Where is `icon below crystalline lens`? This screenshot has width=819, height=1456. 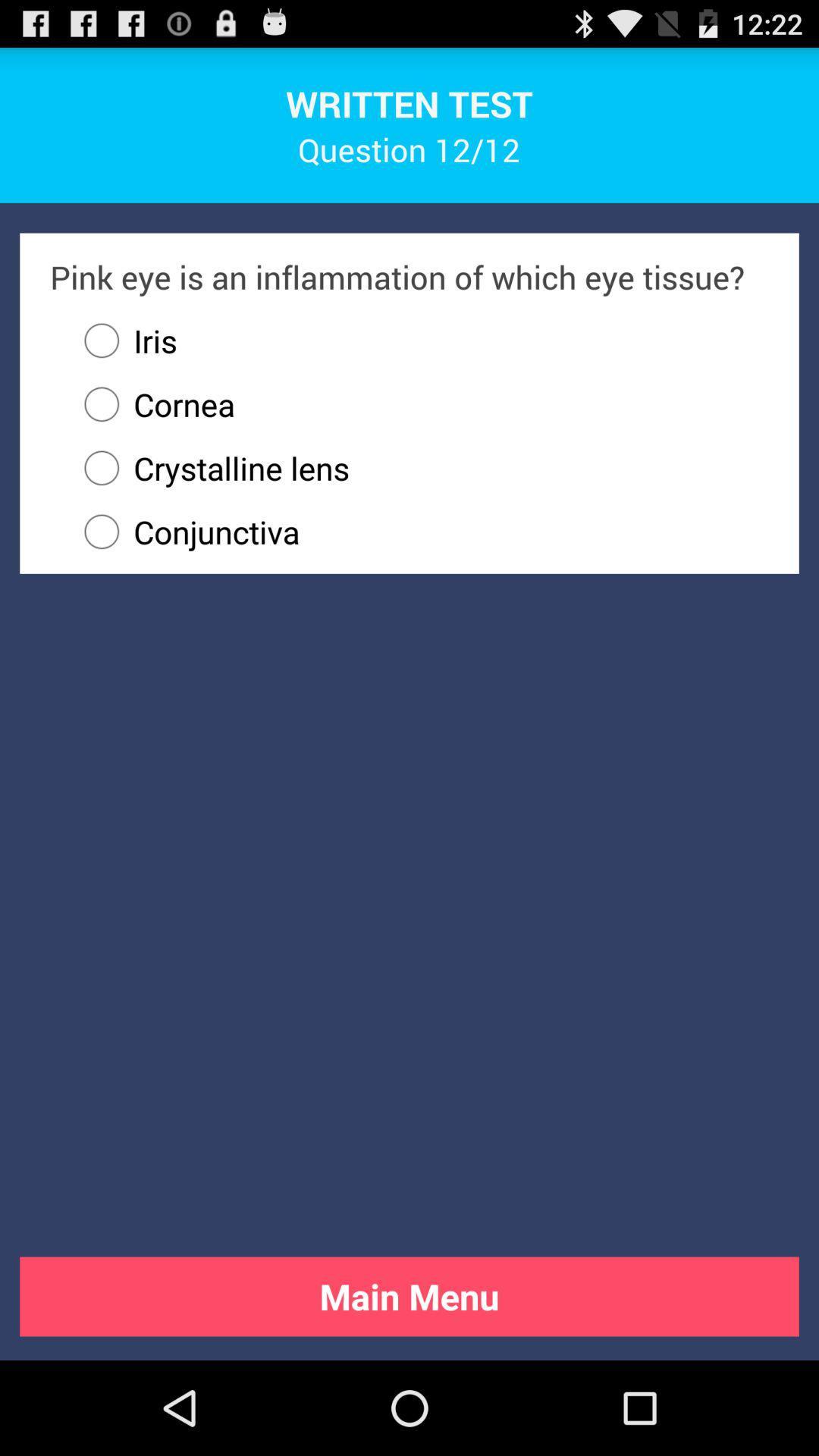 icon below crystalline lens is located at coordinates (419, 532).